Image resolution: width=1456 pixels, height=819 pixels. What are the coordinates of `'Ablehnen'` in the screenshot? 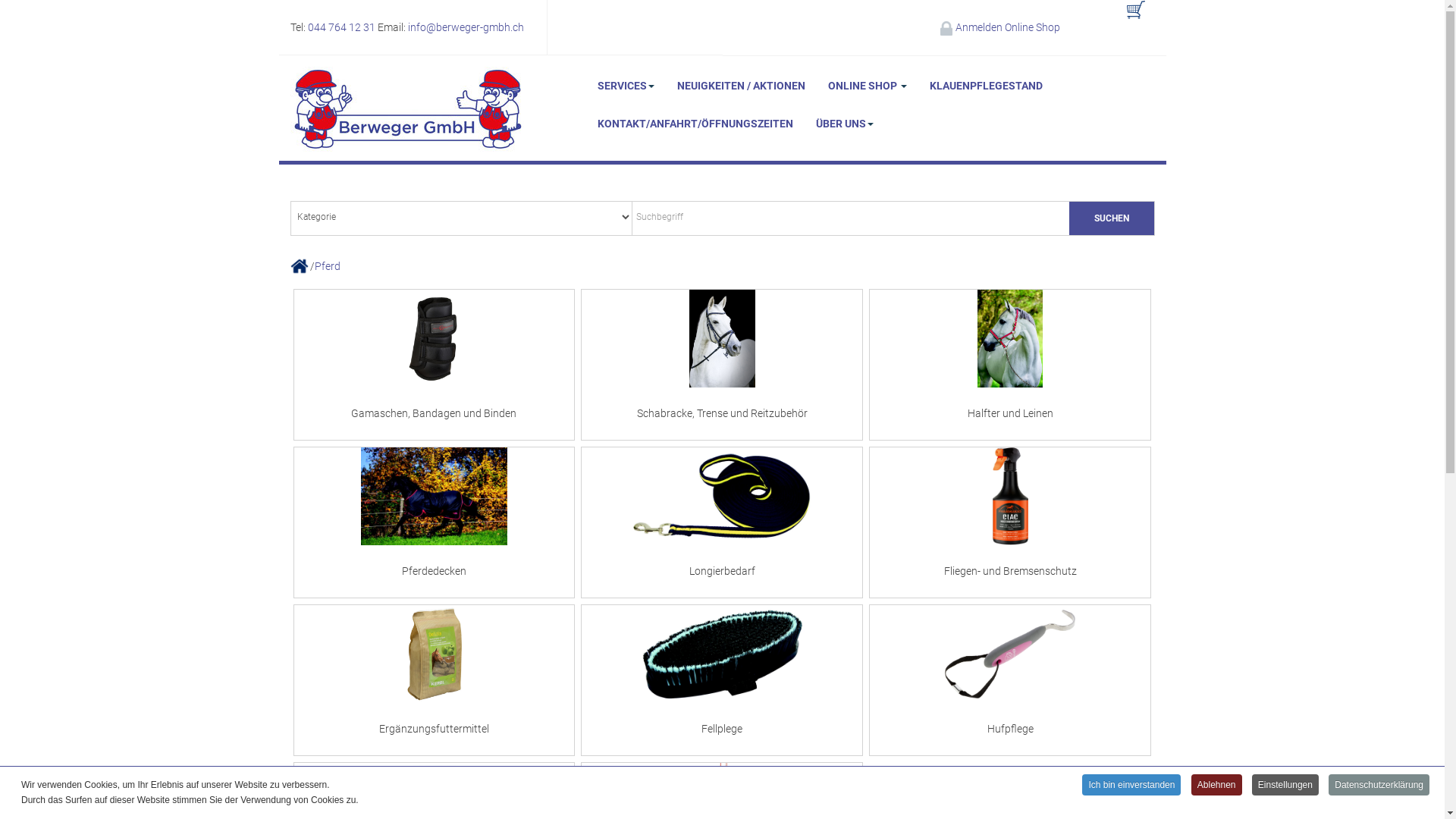 It's located at (1216, 785).